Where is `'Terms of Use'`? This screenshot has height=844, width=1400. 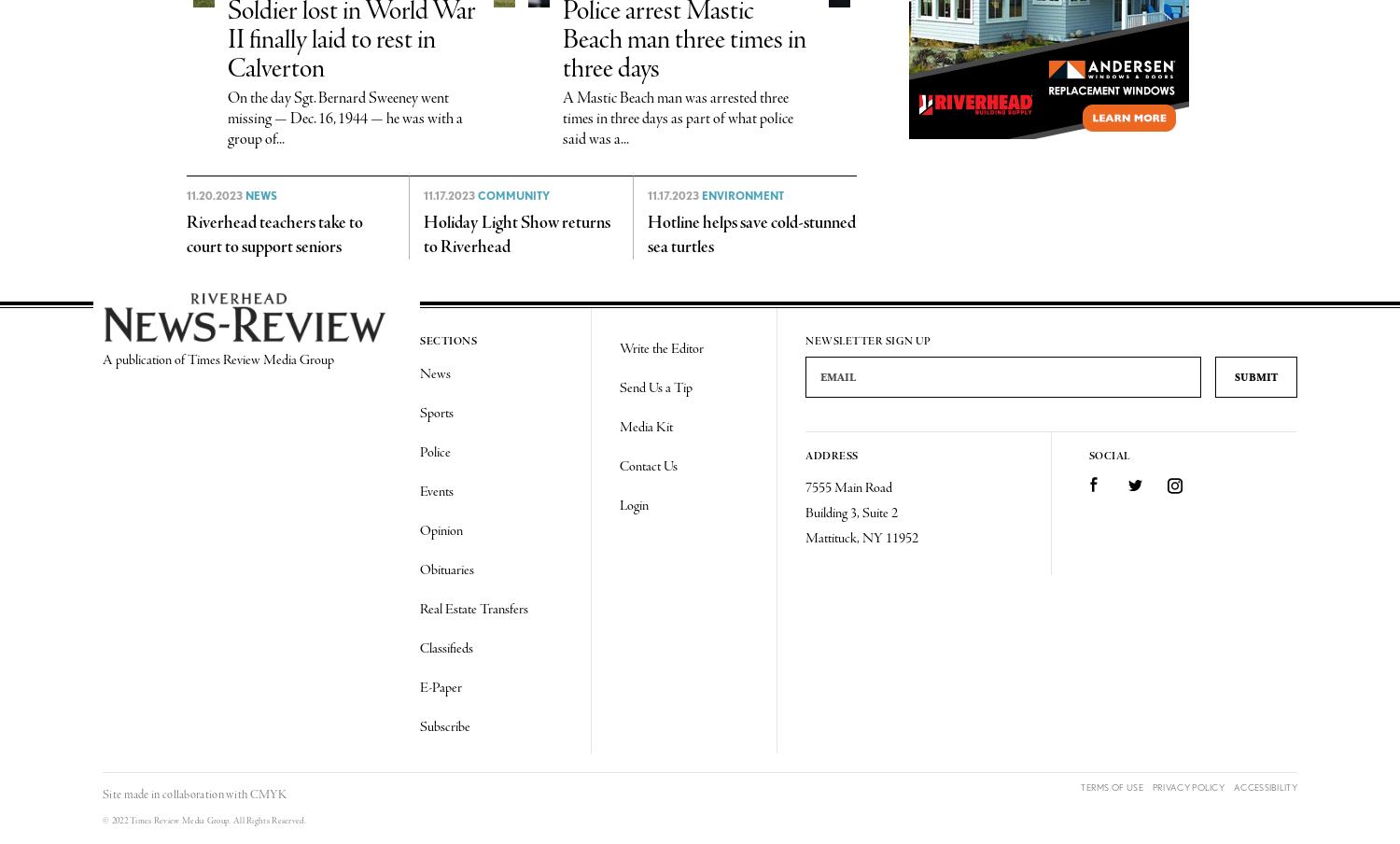
'Terms of Use' is located at coordinates (1111, 785).